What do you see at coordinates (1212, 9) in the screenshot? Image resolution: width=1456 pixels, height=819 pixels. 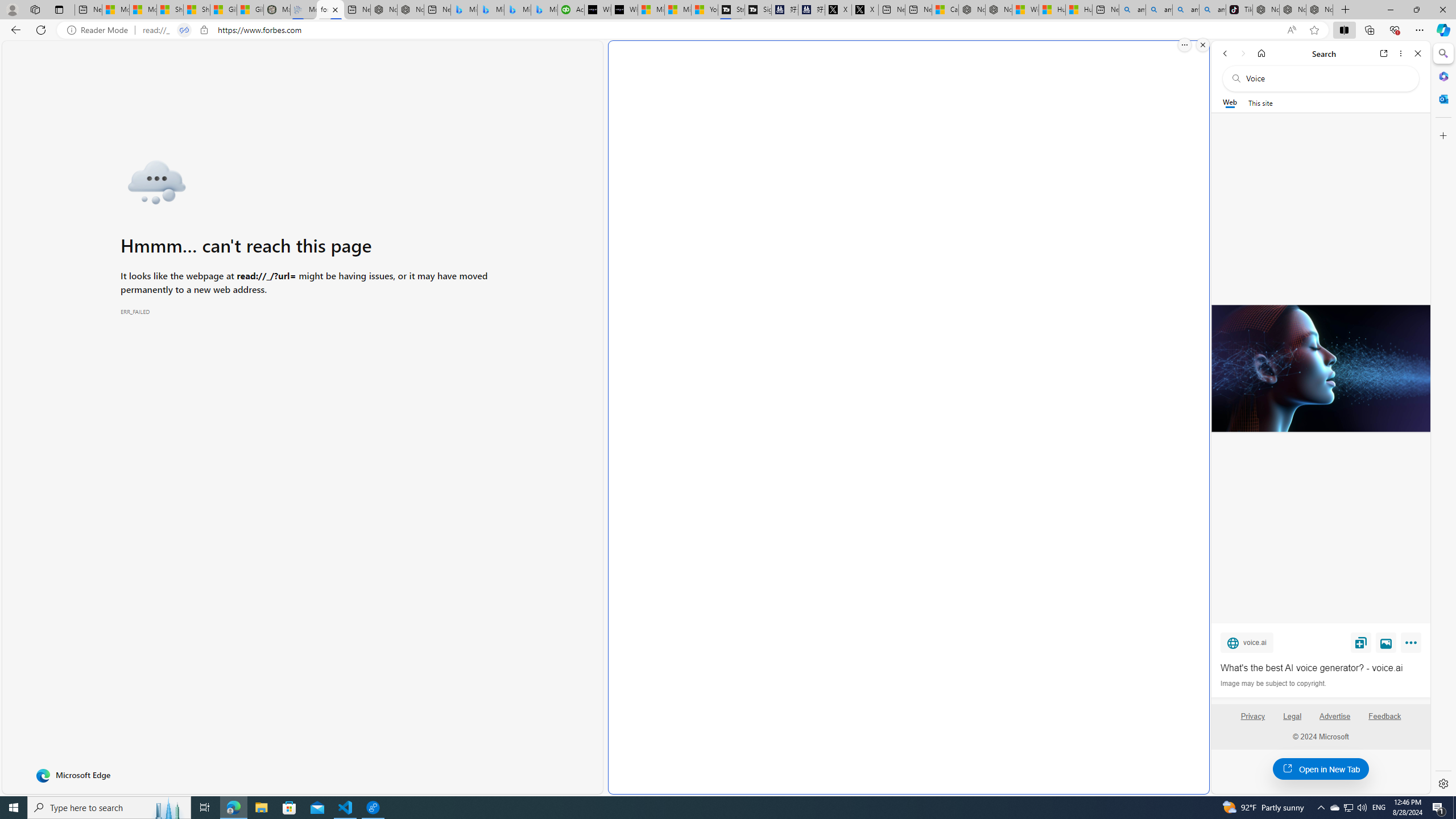 I see `'amazon - Search Images'` at bounding box center [1212, 9].